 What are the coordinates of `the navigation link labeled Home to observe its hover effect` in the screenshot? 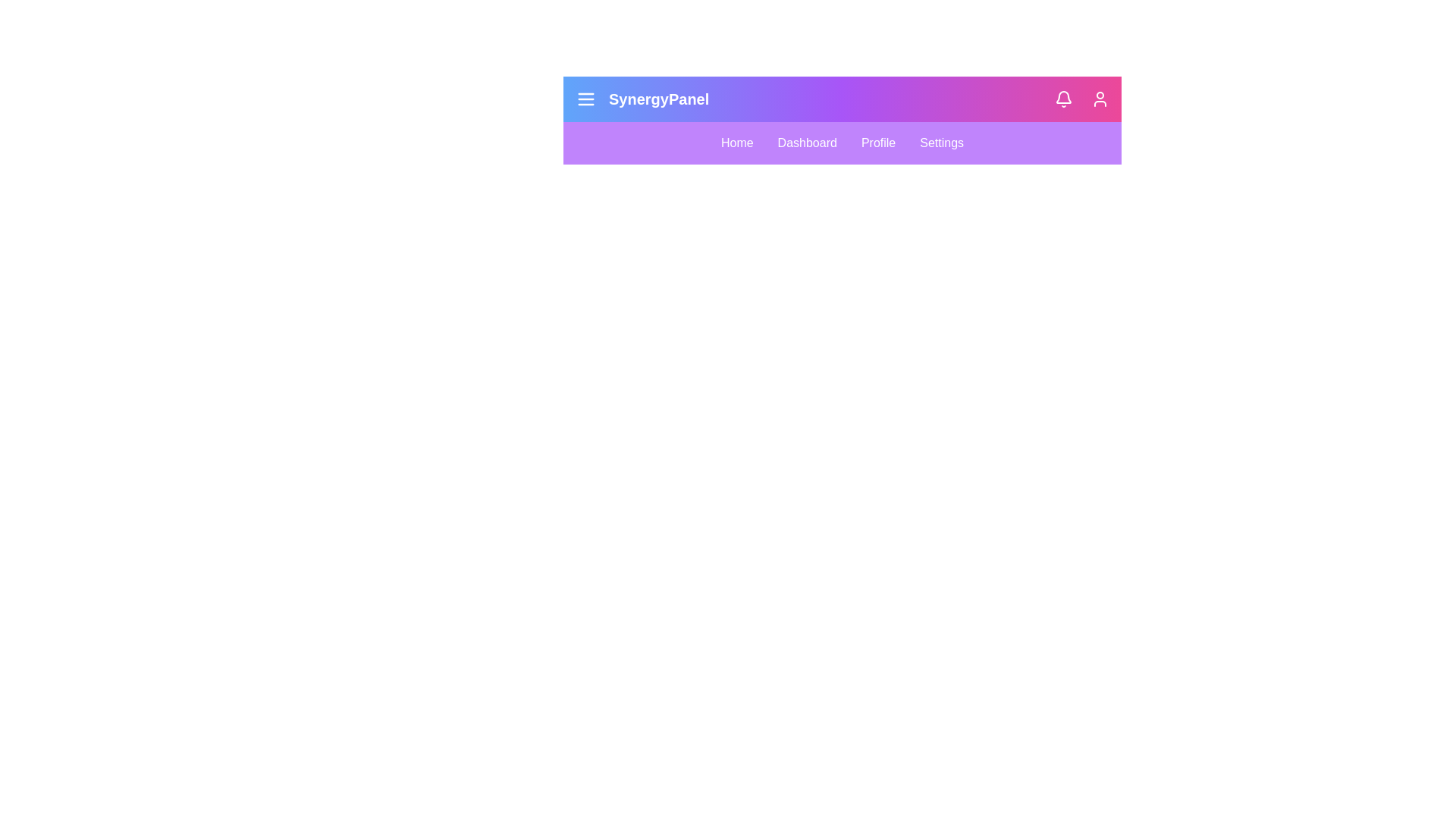 It's located at (736, 143).